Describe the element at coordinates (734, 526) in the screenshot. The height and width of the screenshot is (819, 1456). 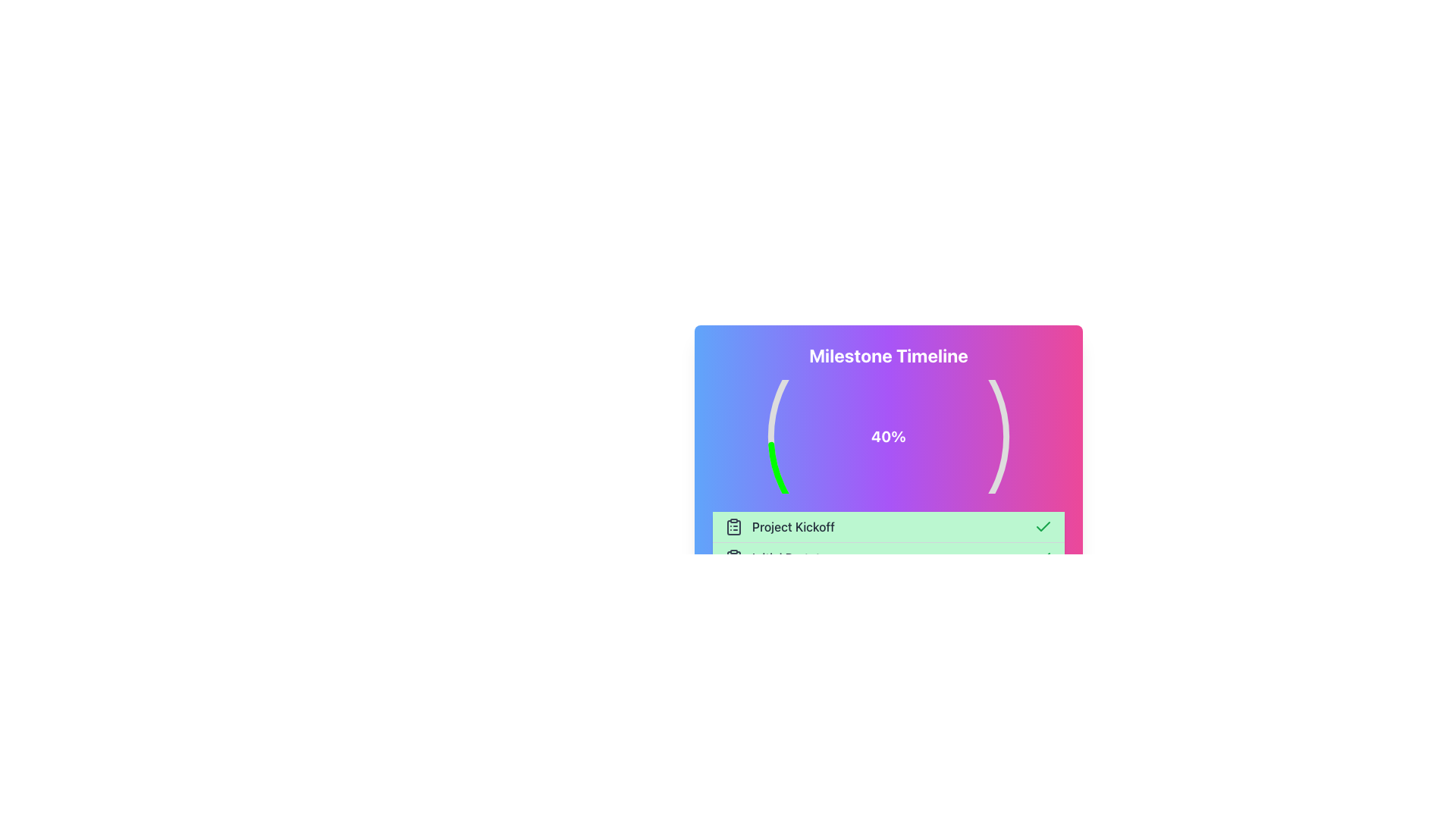
I see `the leftmost icon in the green-highlighted row that represents the 'Project Kickoff' project` at that location.